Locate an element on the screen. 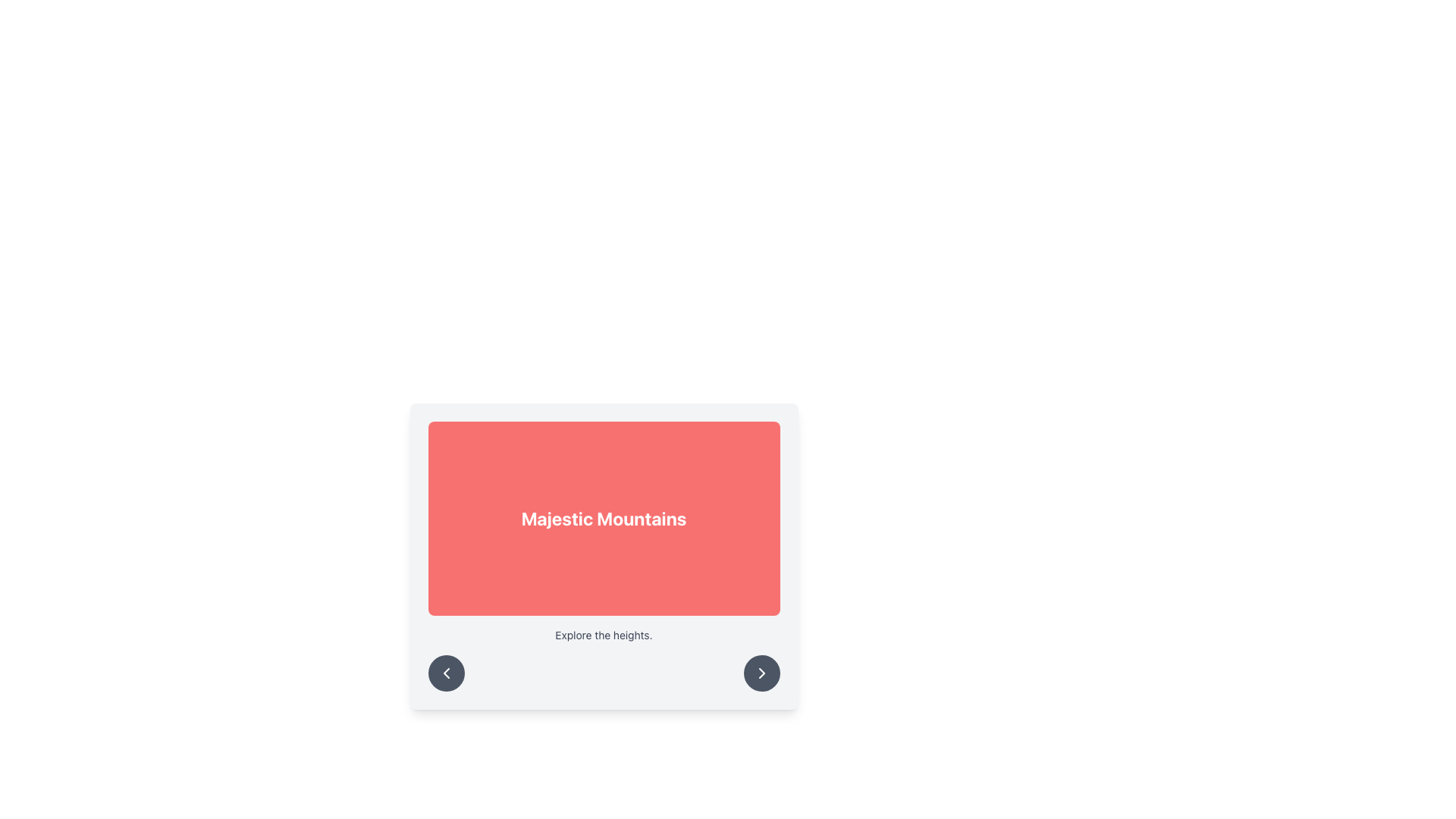 This screenshot has width=1456, height=819. the circular button containing the chevron icon for the 'Previous' navigation action, located at the bottom-left corner of the card interface next to 'Majestic Mountains' is located at coordinates (445, 672).